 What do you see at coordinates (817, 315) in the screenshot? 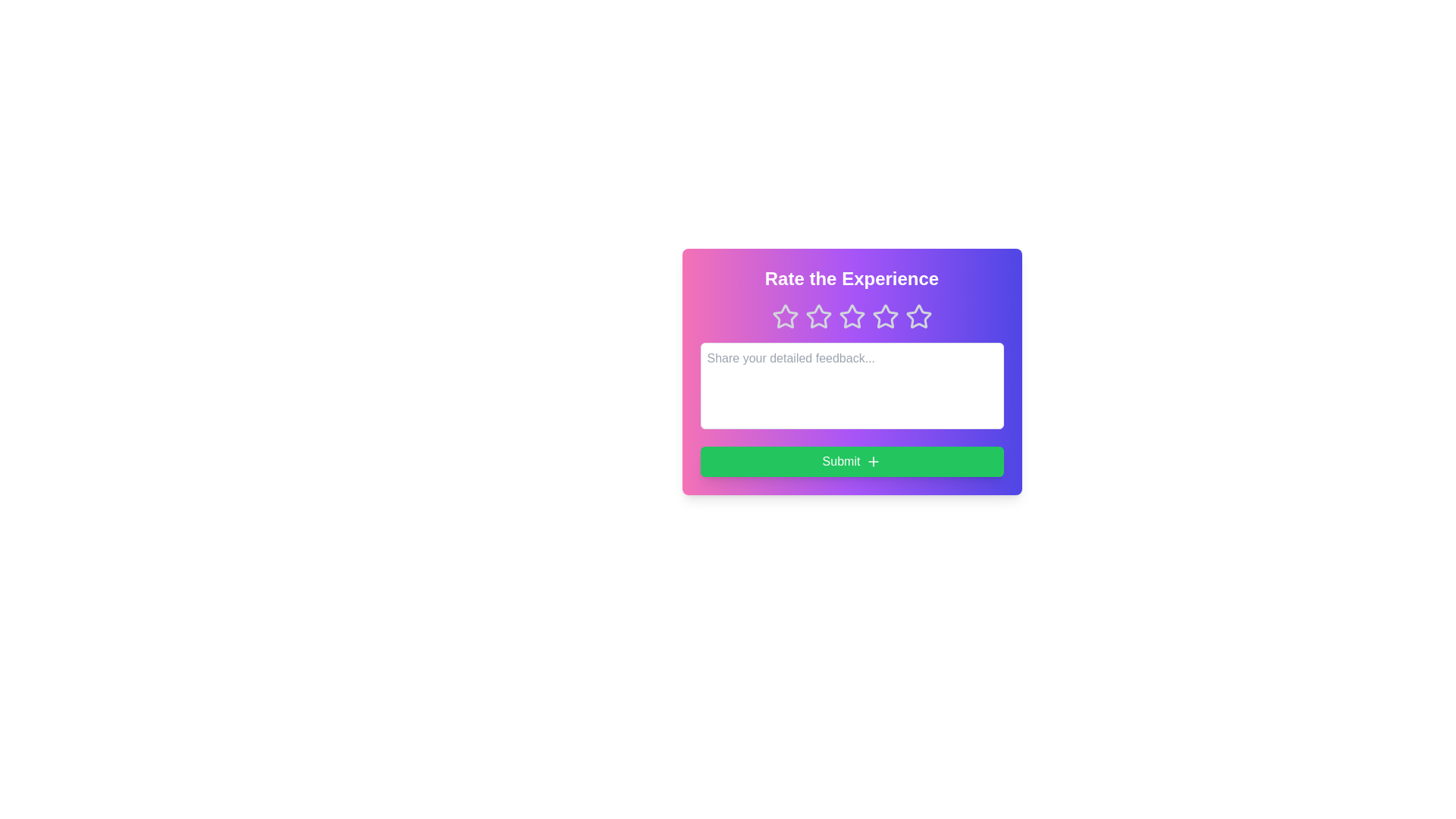
I see `the star corresponding to the desired rating 2` at bounding box center [817, 315].